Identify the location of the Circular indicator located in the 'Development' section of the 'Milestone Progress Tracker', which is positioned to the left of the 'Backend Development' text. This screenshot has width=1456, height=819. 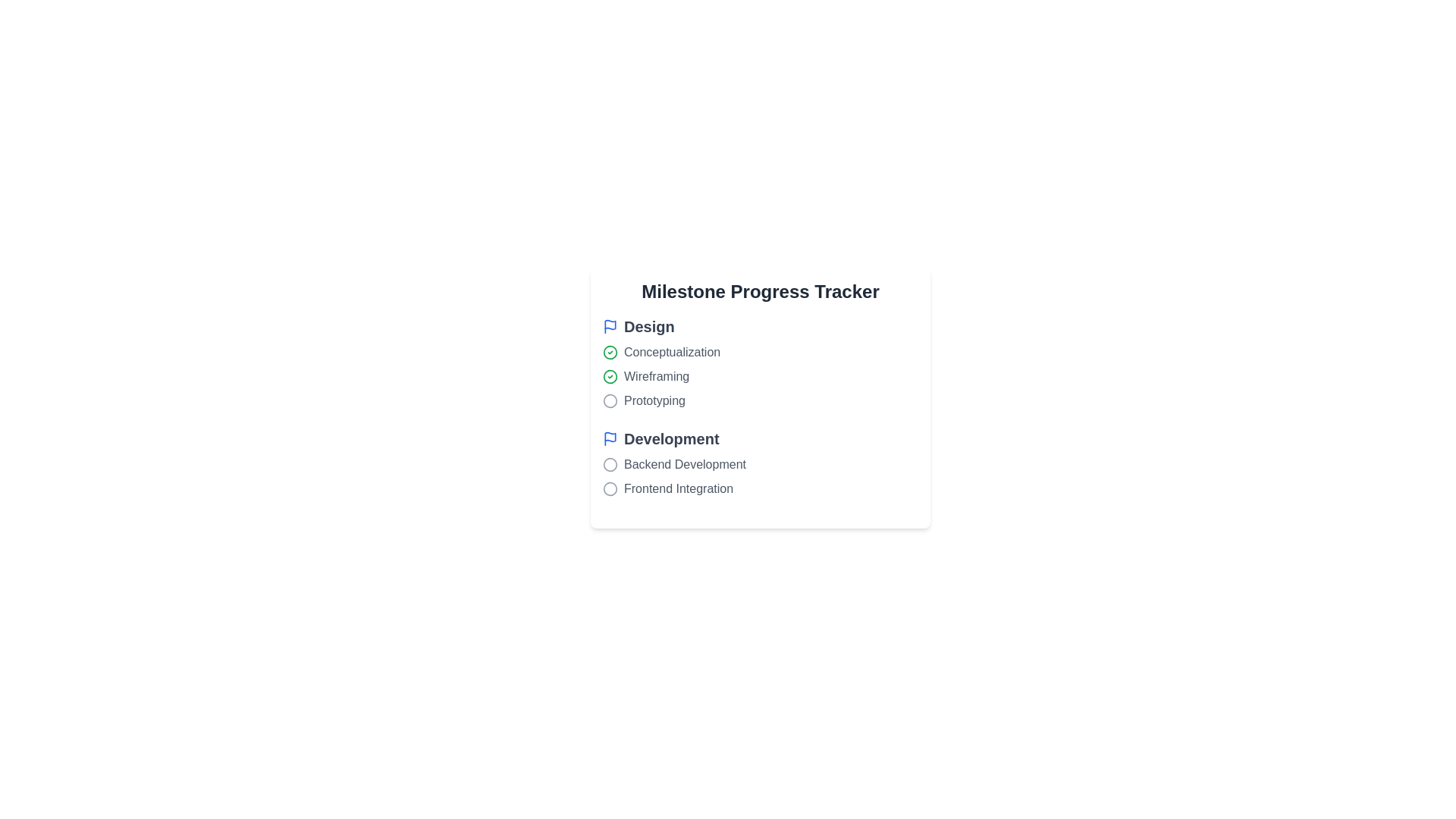
(610, 464).